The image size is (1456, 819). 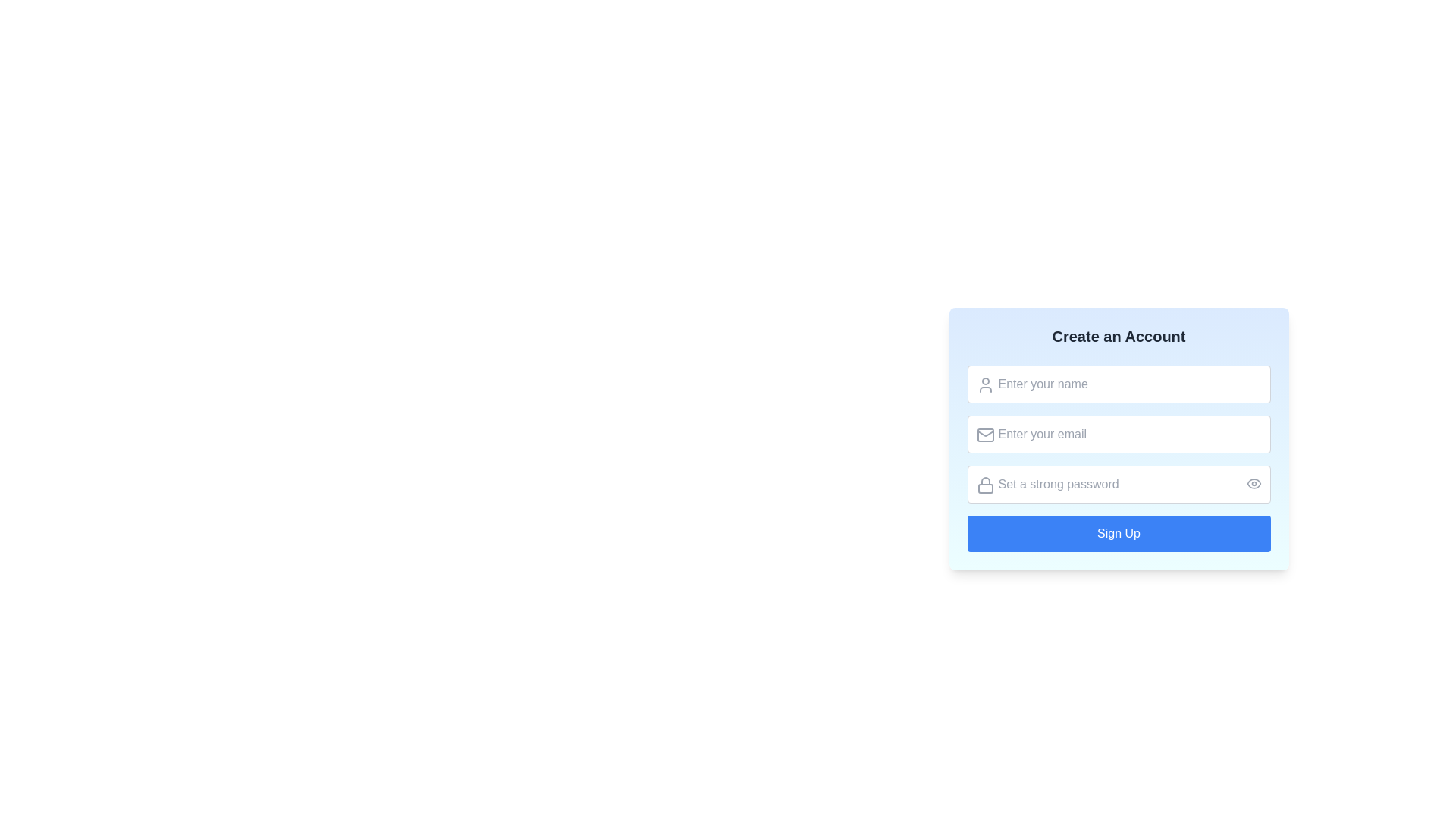 What do you see at coordinates (985, 485) in the screenshot?
I see `the gray lock icon, which is an outline of a padlock located to the left side of the password input field` at bounding box center [985, 485].